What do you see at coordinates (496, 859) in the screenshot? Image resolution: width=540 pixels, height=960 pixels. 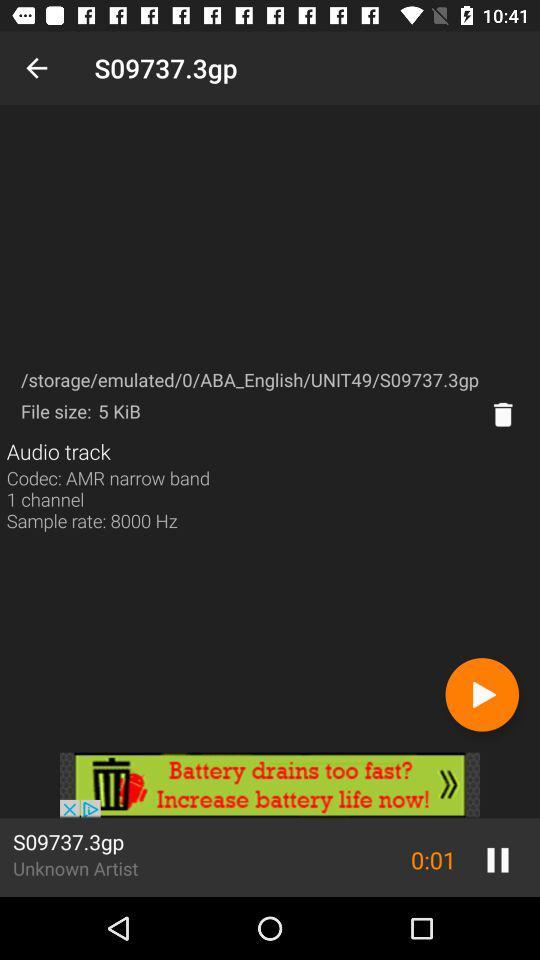 I see `the pause icon` at bounding box center [496, 859].